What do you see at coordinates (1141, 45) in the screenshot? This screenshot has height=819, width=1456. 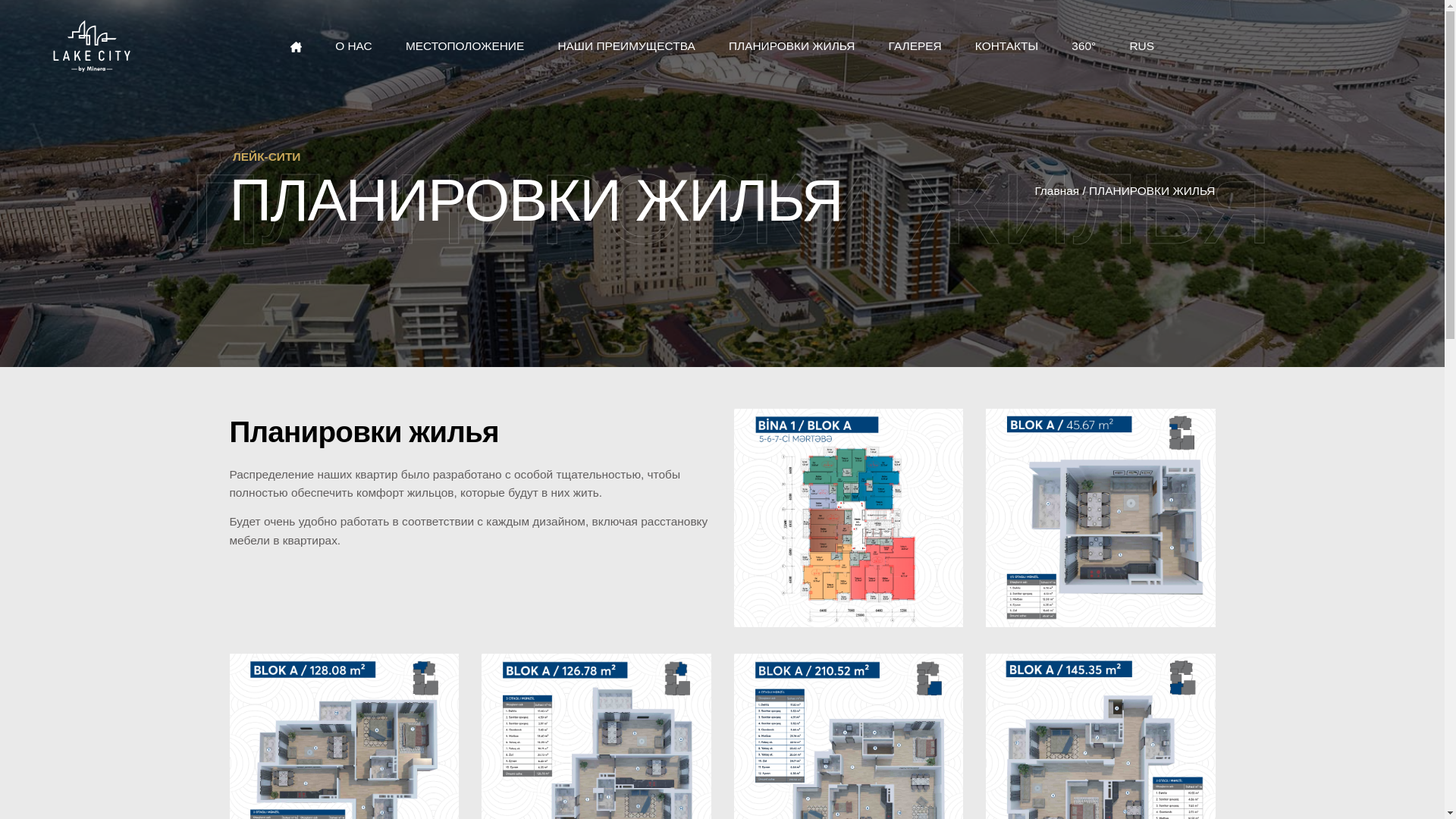 I see `'RUS'` at bounding box center [1141, 45].